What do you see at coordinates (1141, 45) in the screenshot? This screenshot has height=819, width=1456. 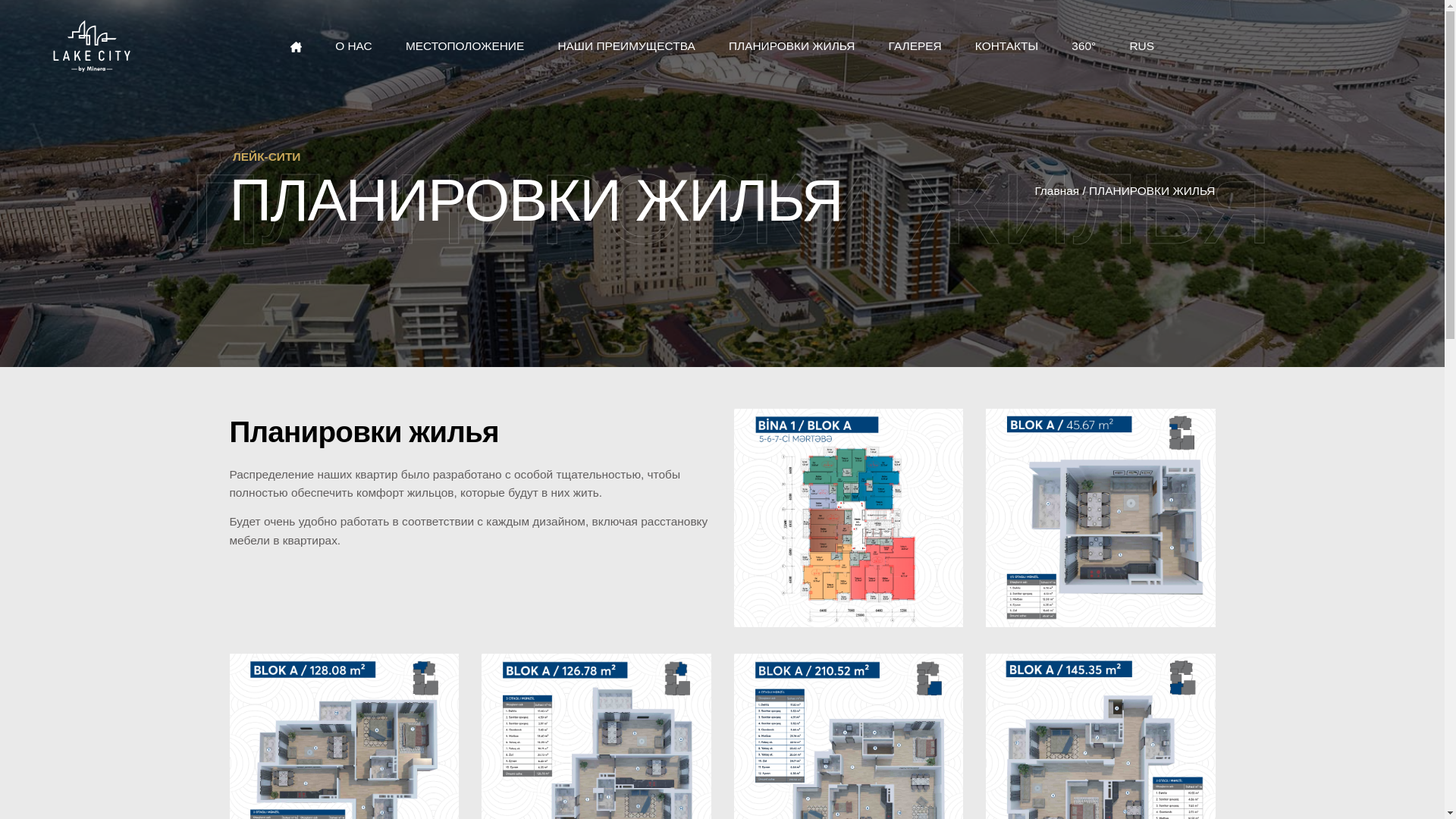 I see `'RUS'` at bounding box center [1141, 45].